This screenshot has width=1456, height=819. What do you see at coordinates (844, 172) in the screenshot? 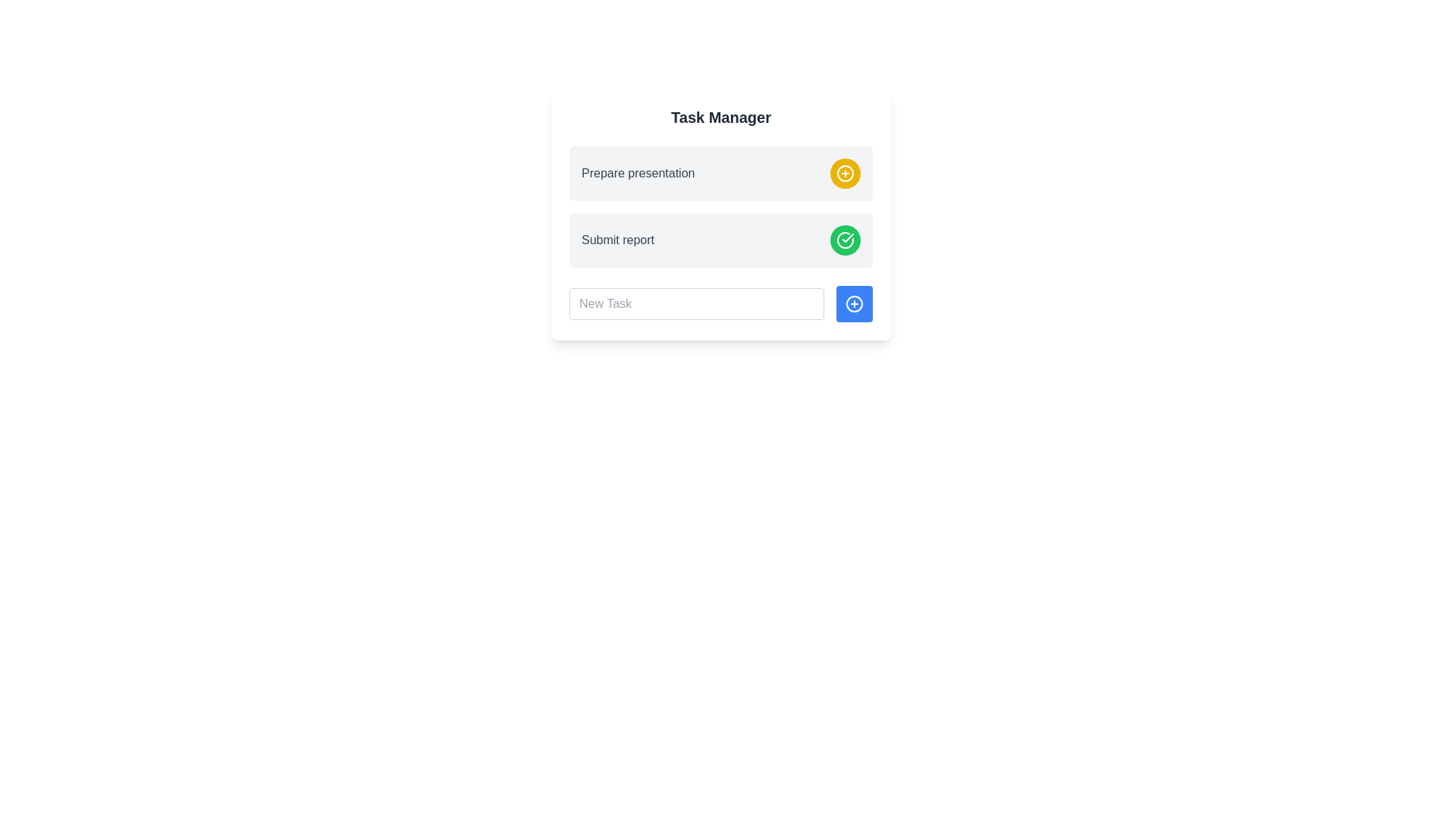
I see `the decorative circular UI component that represents the operation related to the task item 'Prepare presentation' located in the upper section of the interface` at bounding box center [844, 172].